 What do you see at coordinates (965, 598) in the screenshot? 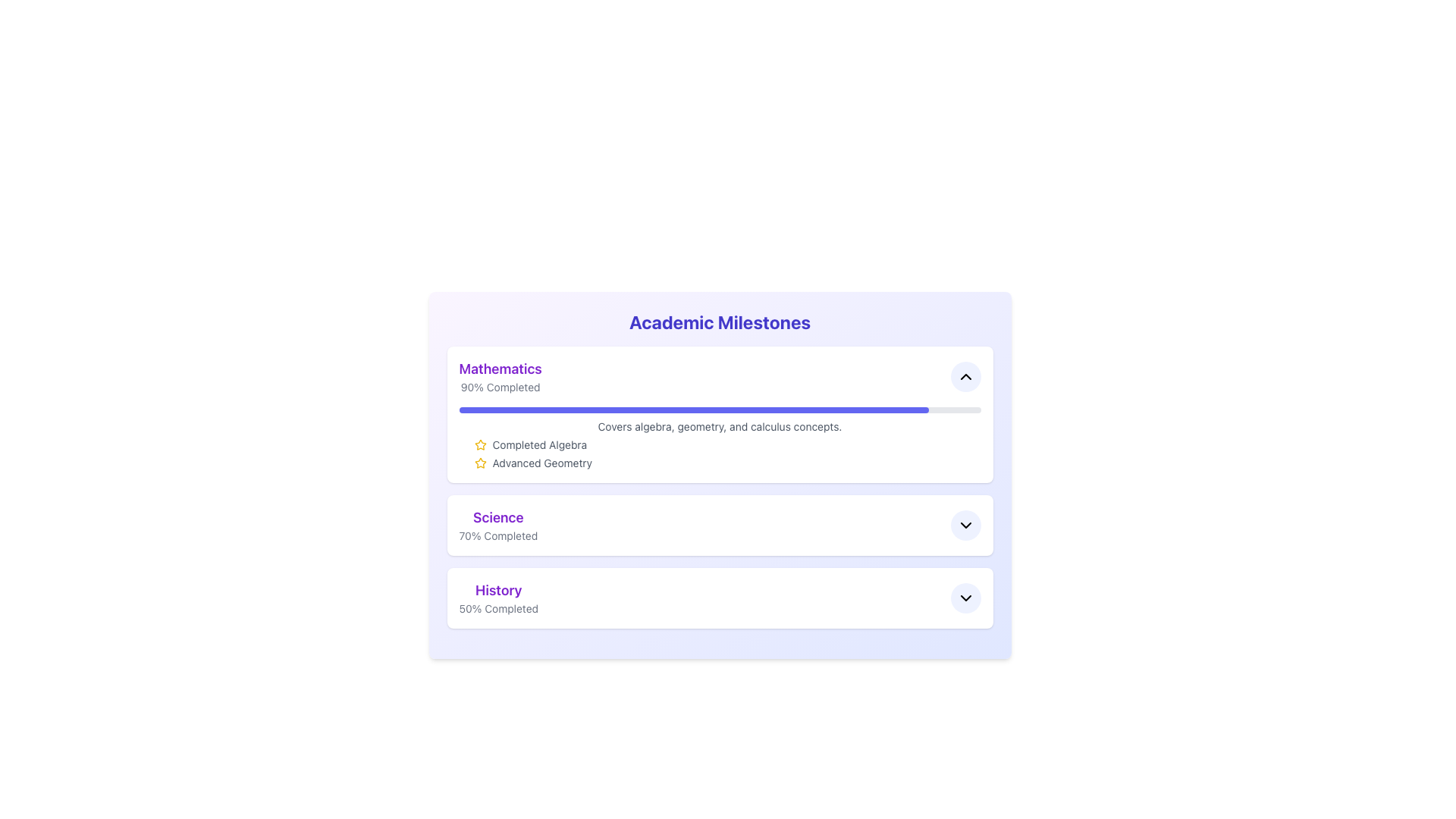
I see `the downward-facing chevron icon within the light indigo circular button located in the 'History' section of the list` at bounding box center [965, 598].